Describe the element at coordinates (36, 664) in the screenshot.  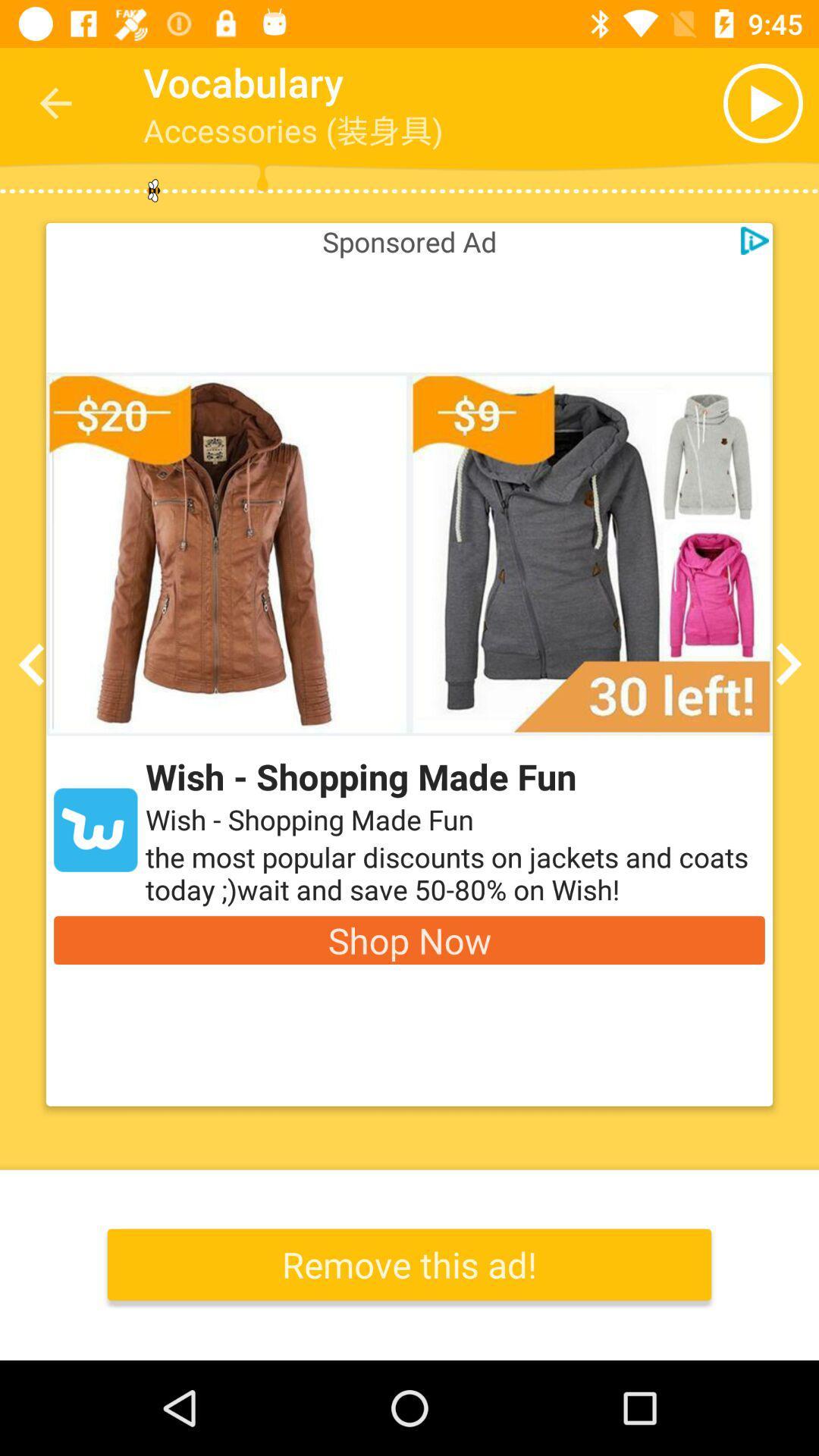
I see `the arrow_backward icon` at that location.